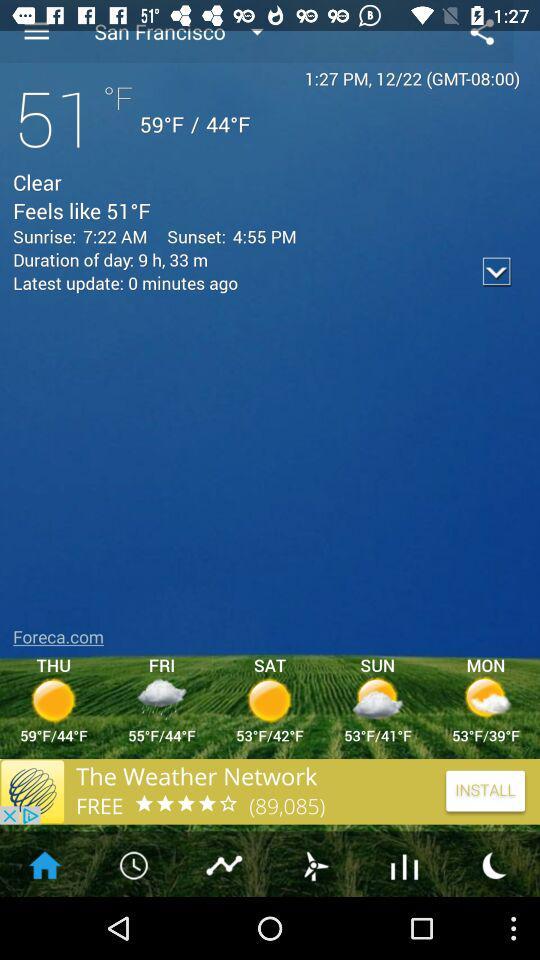 Image resolution: width=540 pixels, height=960 pixels. Describe the element at coordinates (135, 925) in the screenshot. I see `the time icon` at that location.